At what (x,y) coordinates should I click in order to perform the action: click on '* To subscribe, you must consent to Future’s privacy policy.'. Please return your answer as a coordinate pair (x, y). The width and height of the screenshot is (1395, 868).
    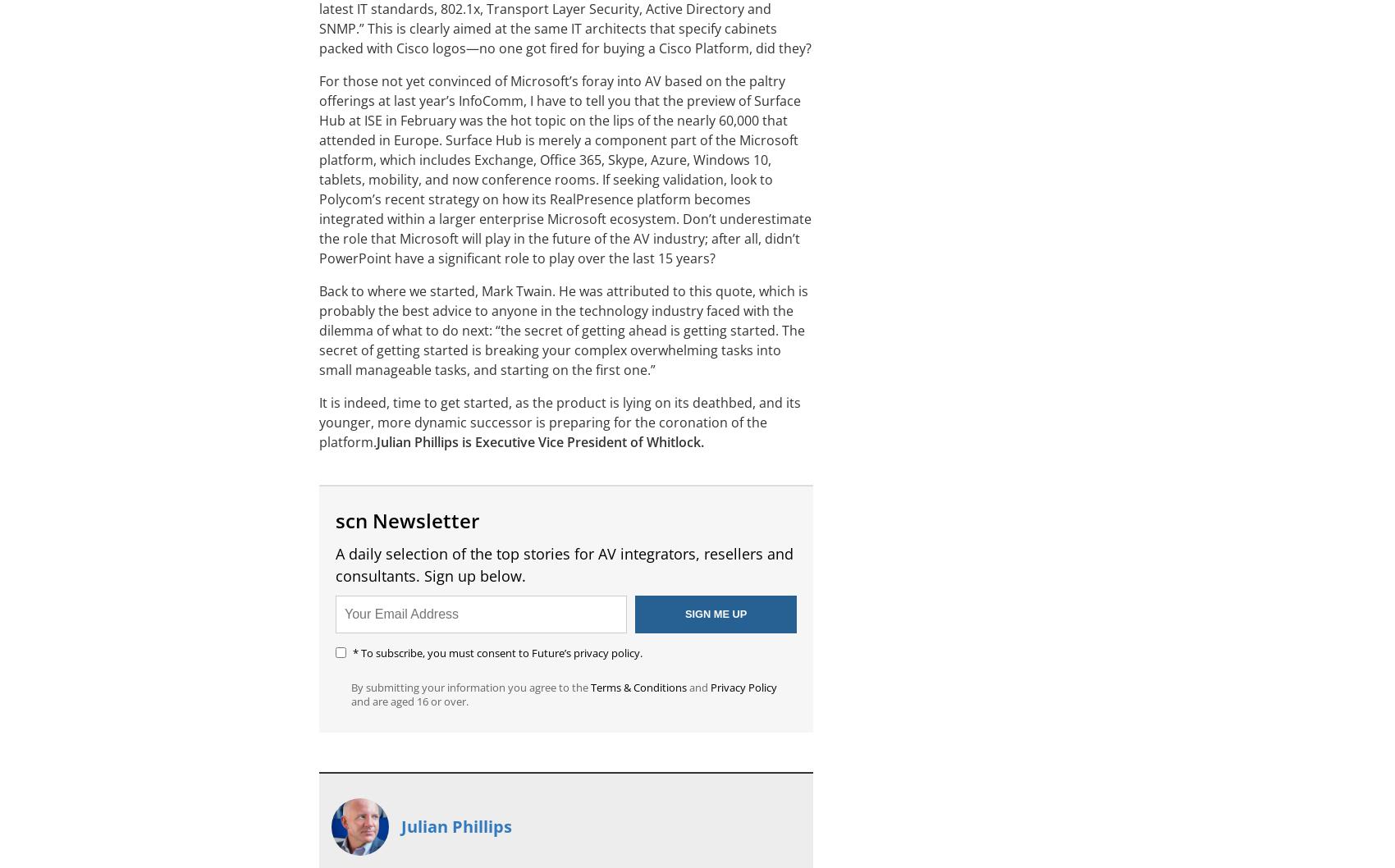
    Looking at the image, I should click on (496, 652).